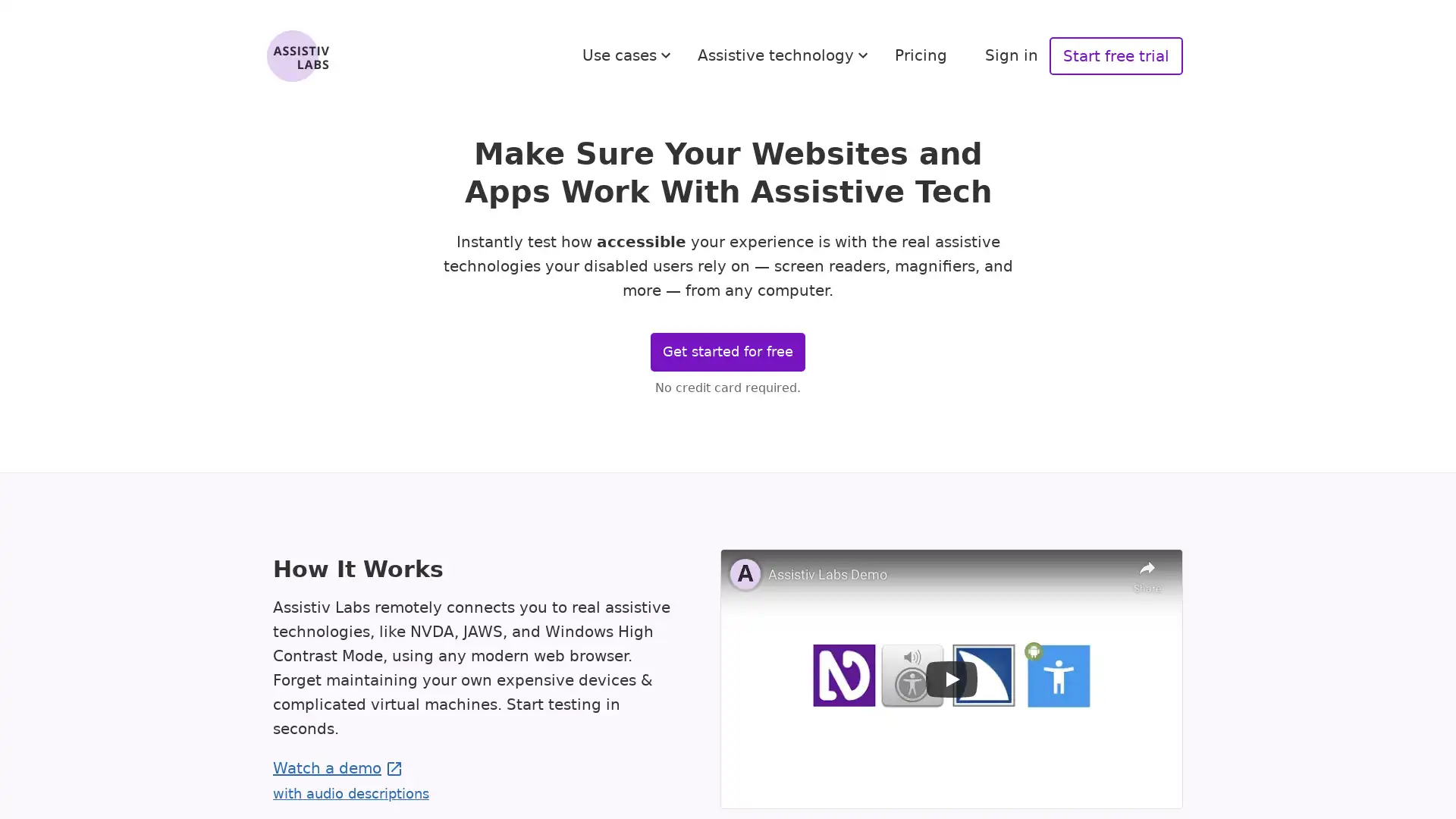 This screenshot has height=819, width=1456. What do you see at coordinates (629, 55) in the screenshot?
I see `Use cases` at bounding box center [629, 55].